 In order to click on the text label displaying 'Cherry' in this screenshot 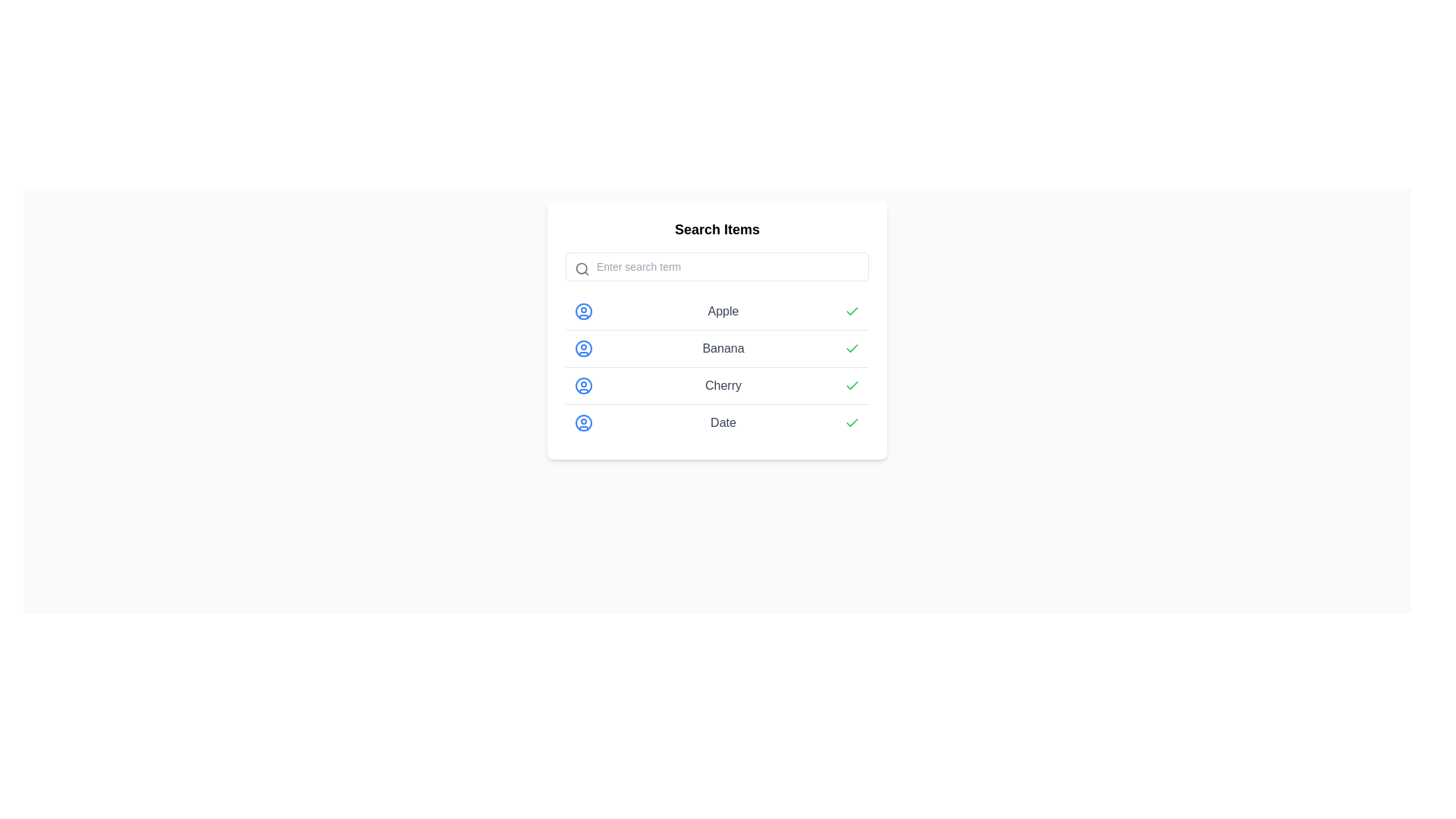, I will do `click(723, 385)`.